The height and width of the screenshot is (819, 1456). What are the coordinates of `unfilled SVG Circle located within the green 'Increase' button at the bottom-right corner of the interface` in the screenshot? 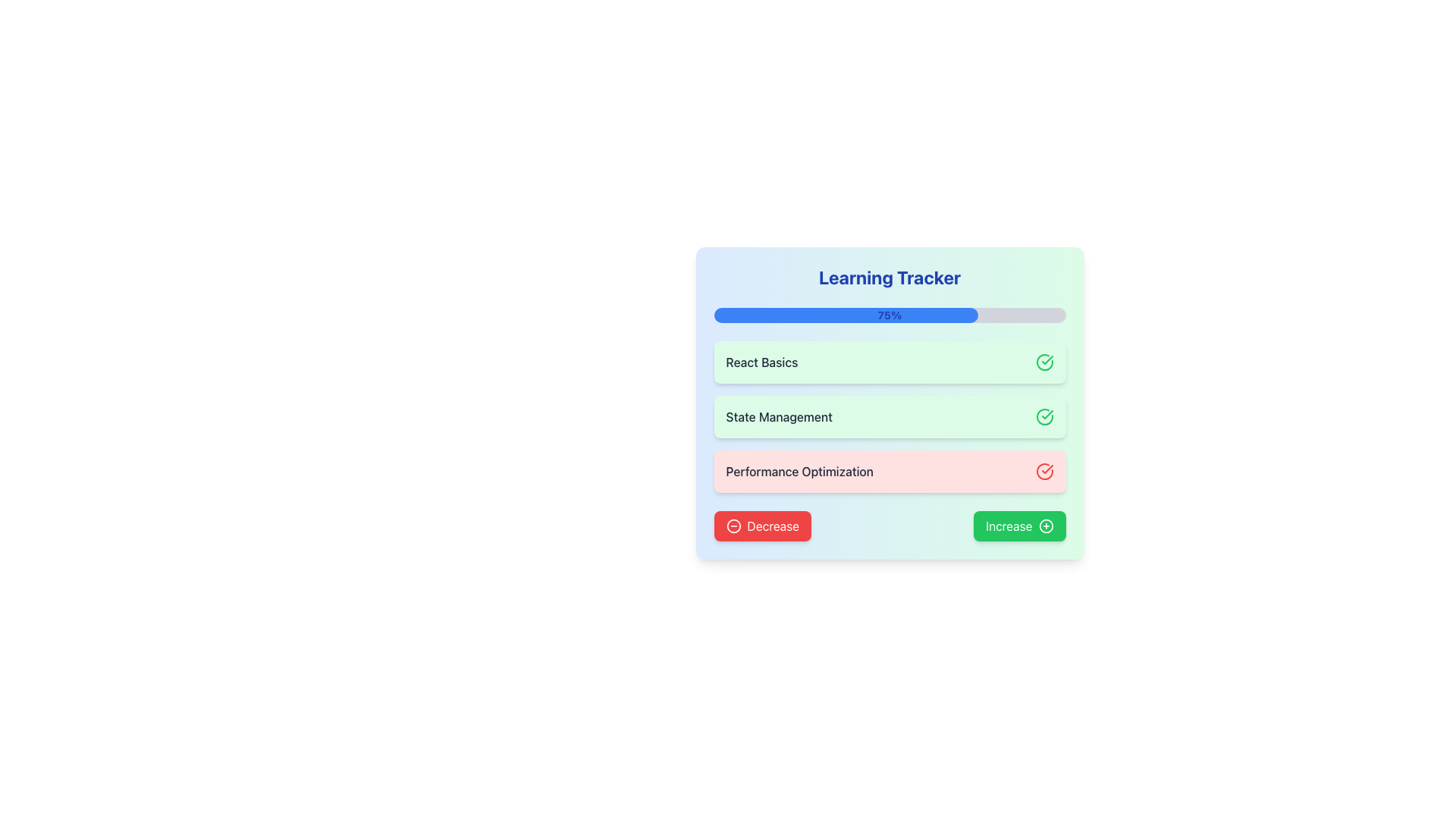 It's located at (1045, 526).